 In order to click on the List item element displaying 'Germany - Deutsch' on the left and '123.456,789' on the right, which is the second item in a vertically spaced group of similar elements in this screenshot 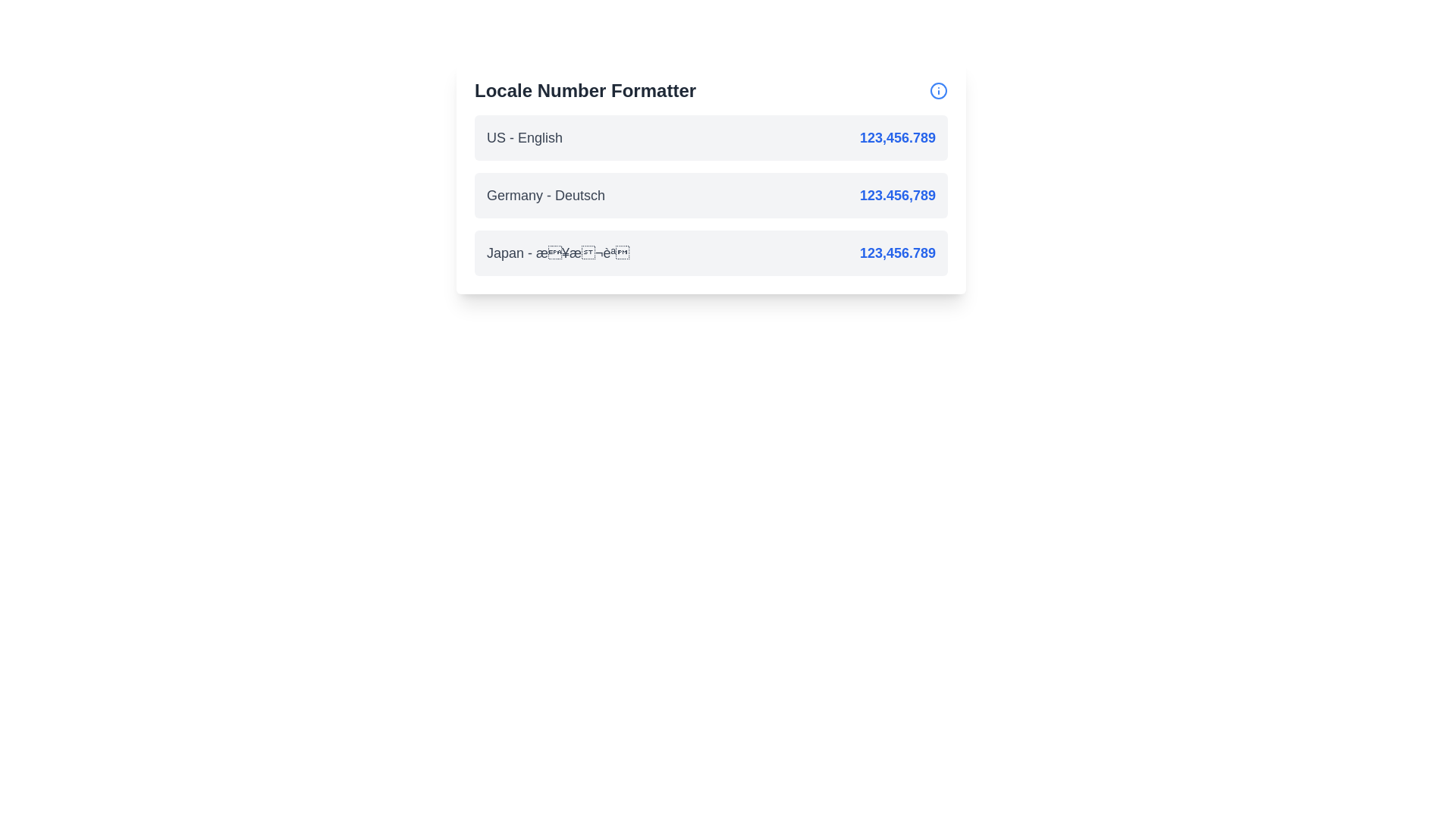, I will do `click(710, 195)`.